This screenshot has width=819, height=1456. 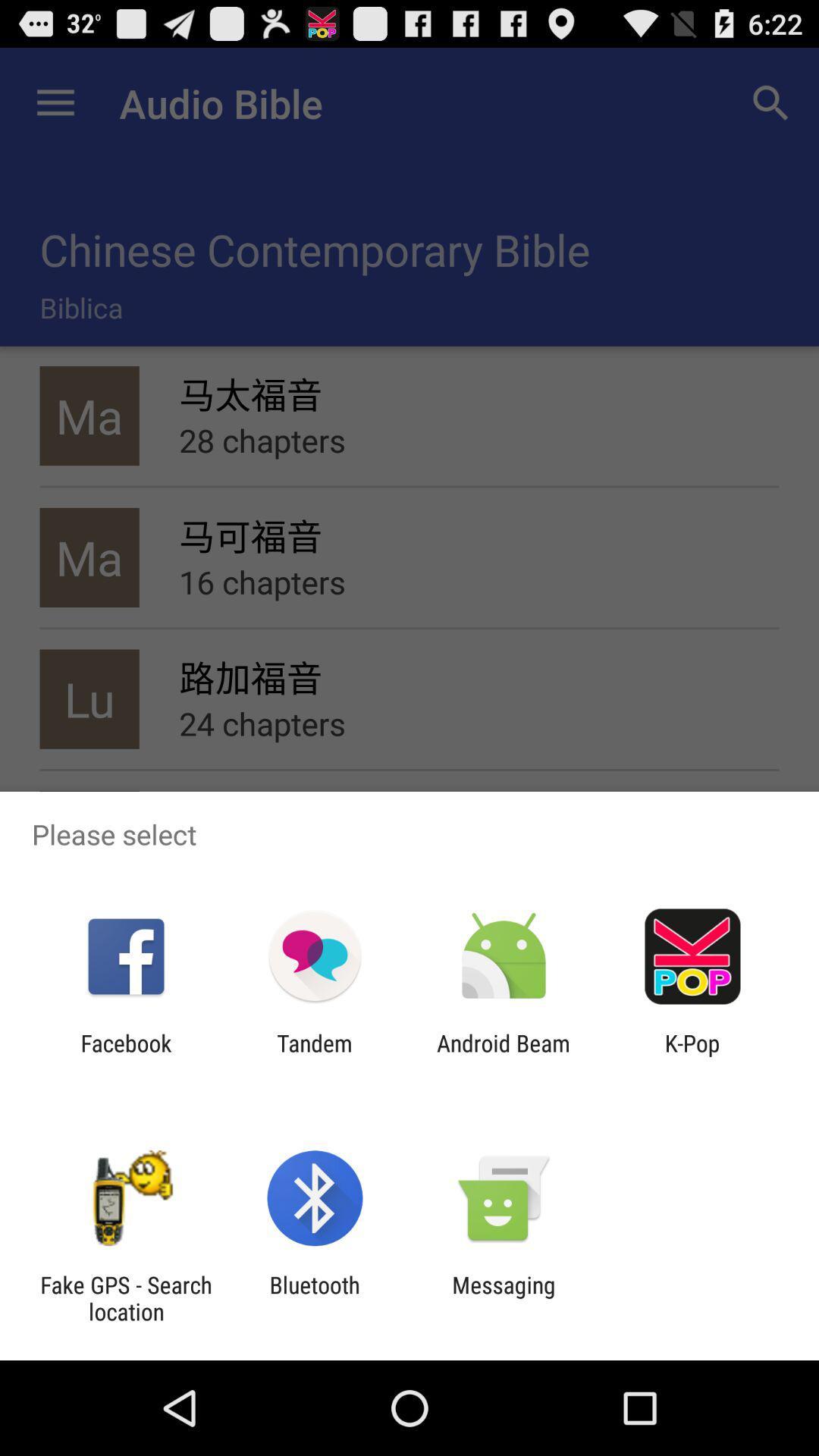 I want to click on app to the left of the messaging item, so click(x=314, y=1298).